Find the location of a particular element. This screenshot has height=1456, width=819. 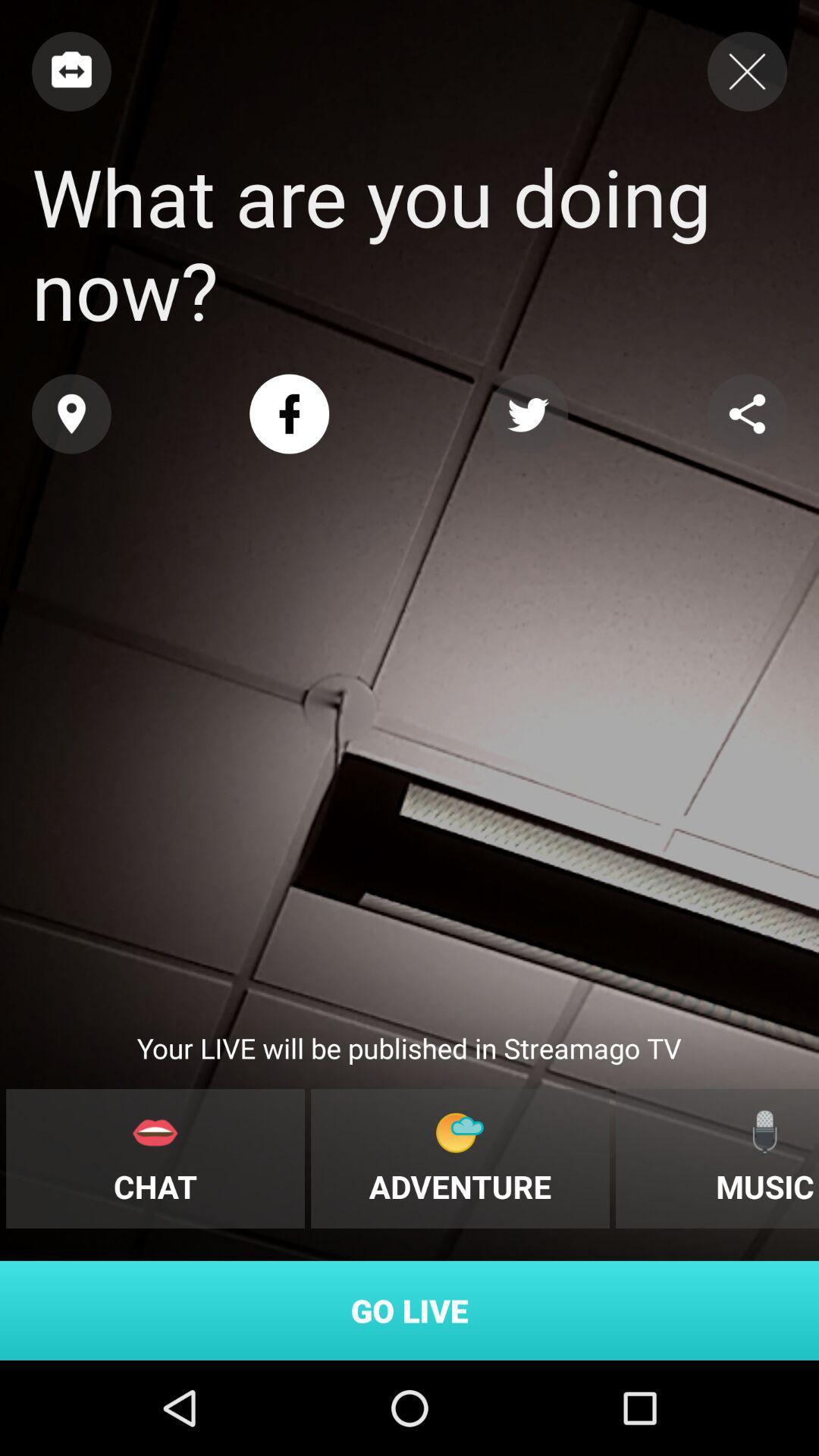

screen is located at coordinates (746, 71).